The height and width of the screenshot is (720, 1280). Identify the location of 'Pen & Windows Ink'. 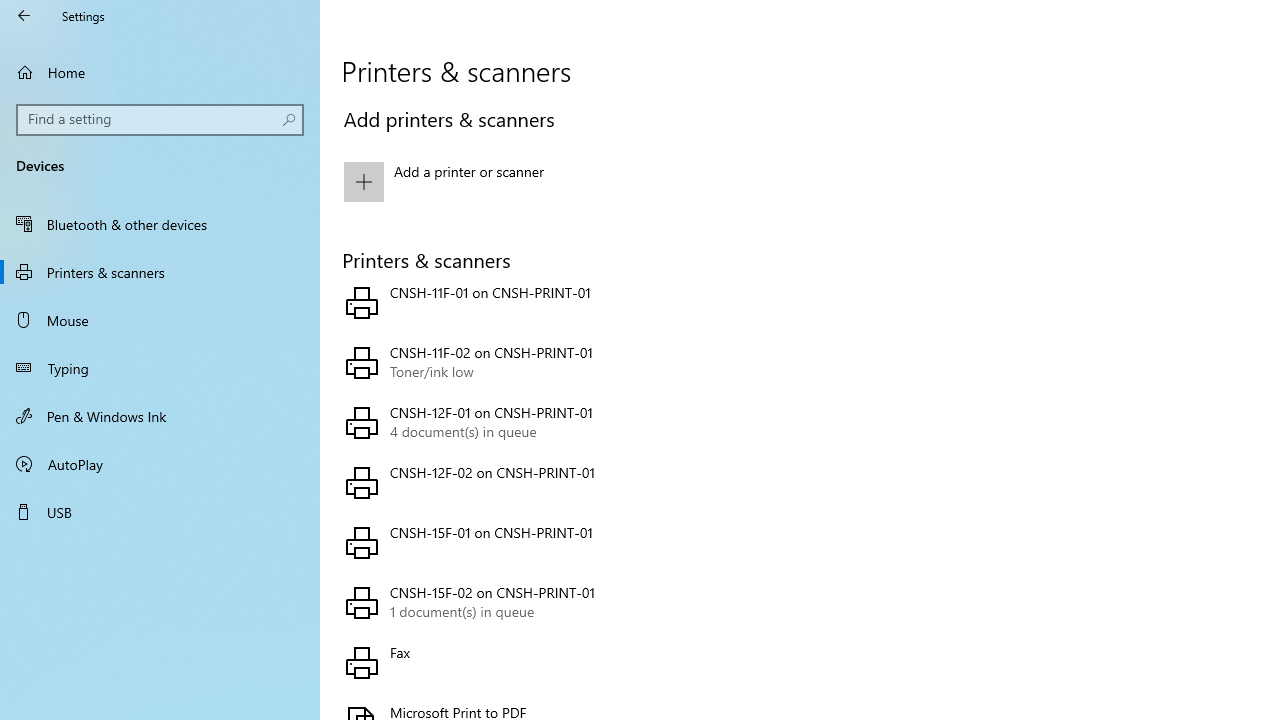
(160, 414).